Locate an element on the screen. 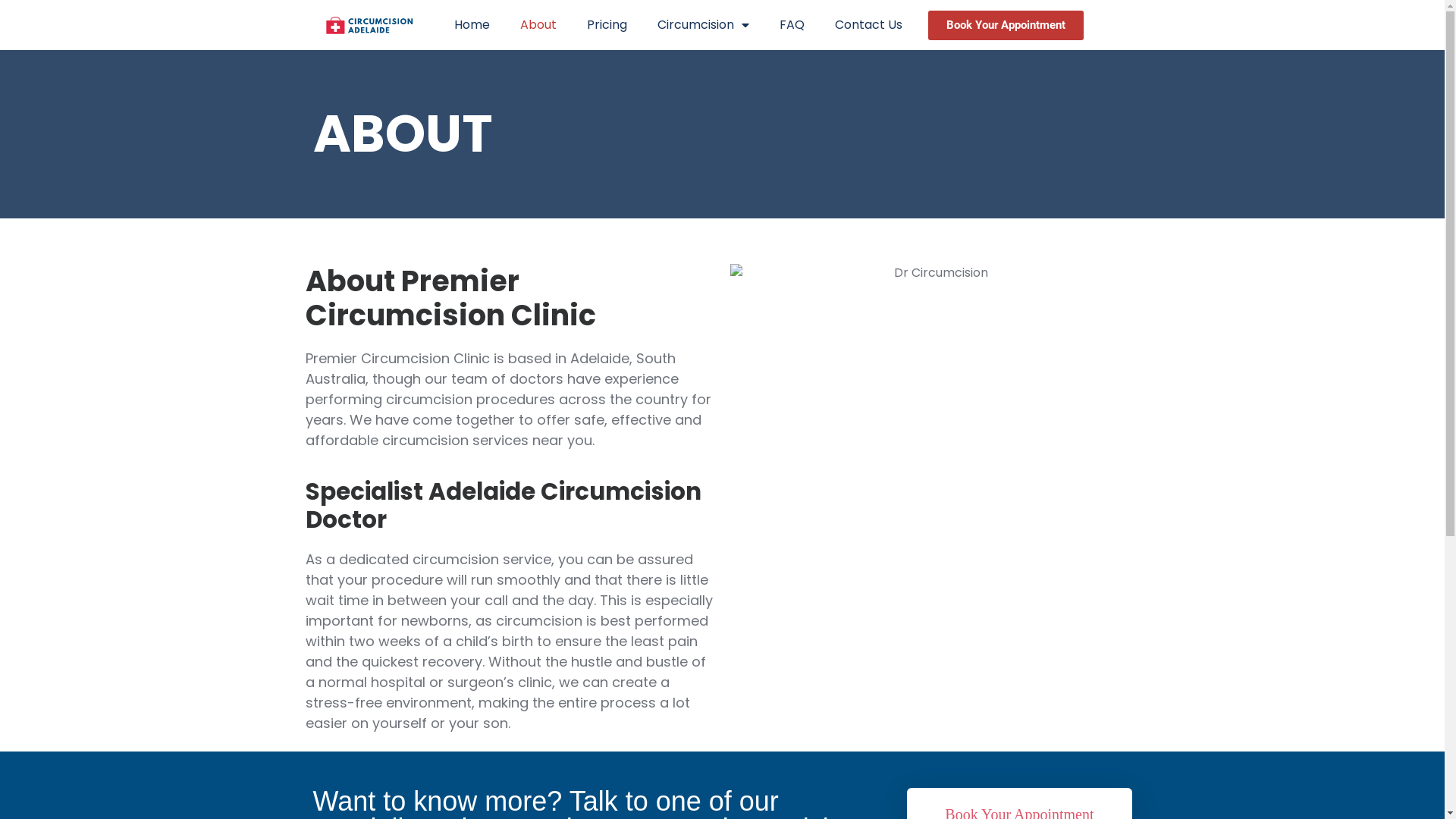  'Pricing' is located at coordinates (607, 25).